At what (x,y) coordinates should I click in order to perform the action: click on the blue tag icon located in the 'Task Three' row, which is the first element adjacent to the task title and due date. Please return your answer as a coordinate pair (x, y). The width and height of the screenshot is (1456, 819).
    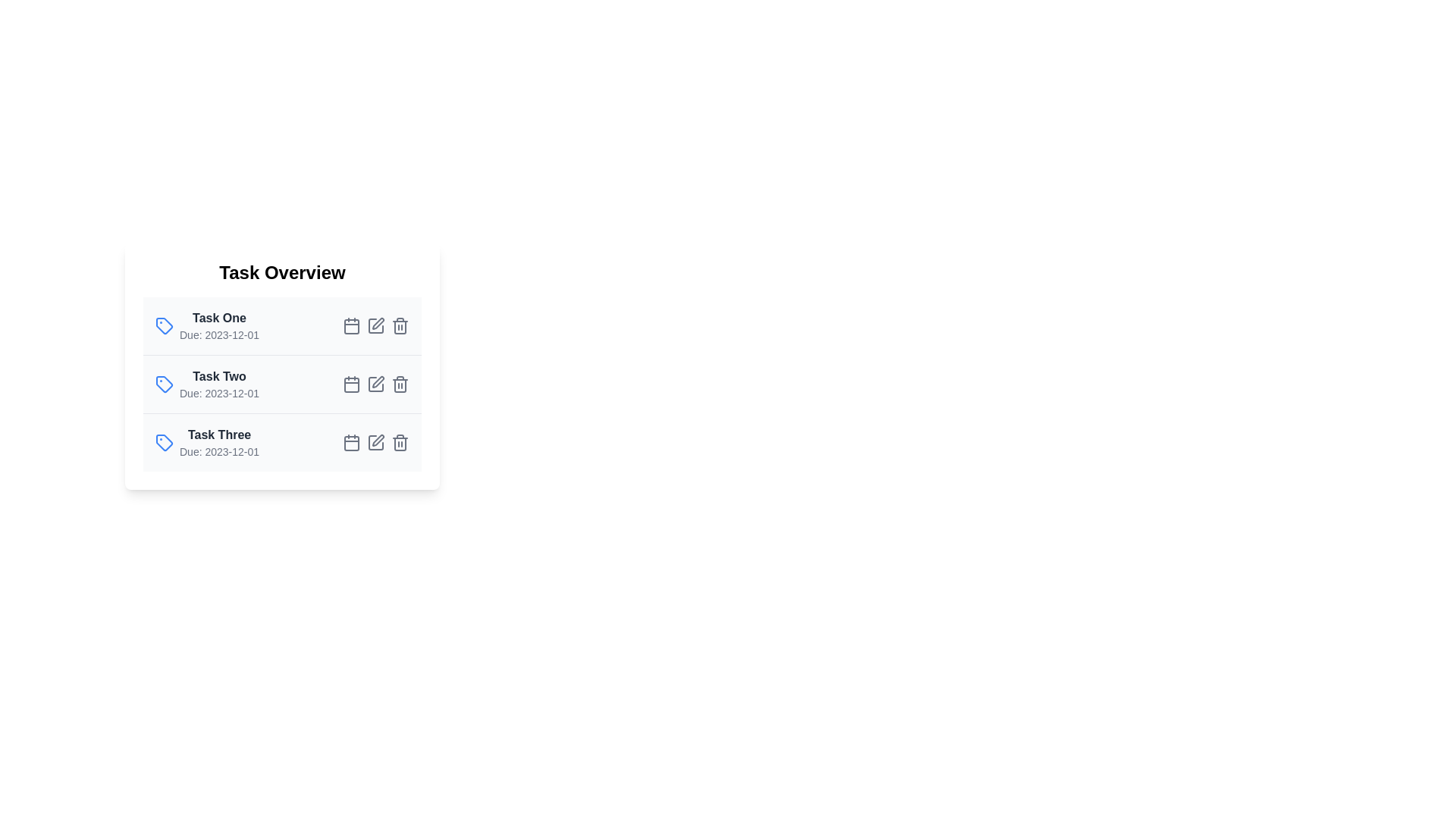
    Looking at the image, I should click on (164, 442).